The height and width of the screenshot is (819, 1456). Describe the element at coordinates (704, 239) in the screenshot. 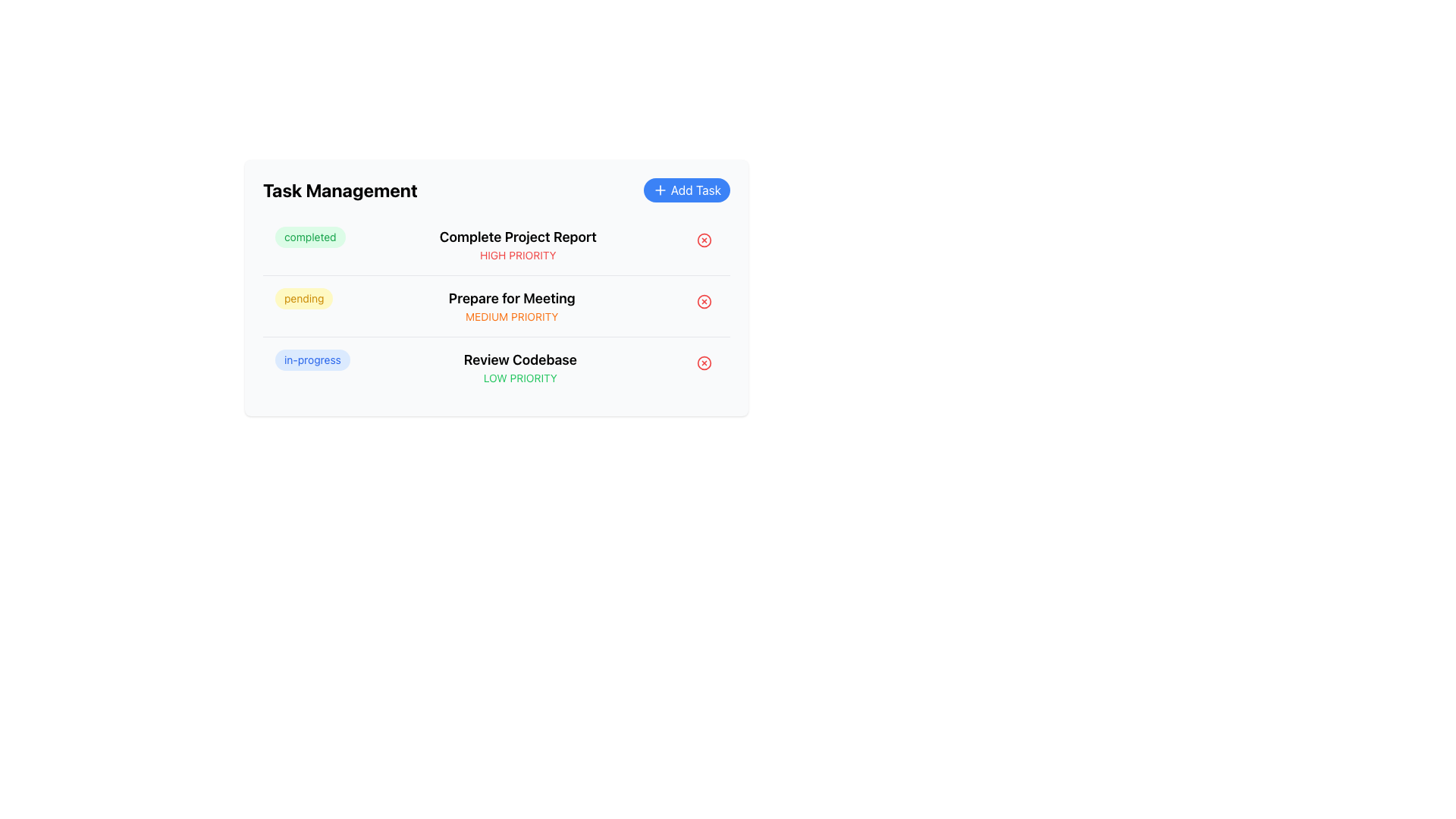

I see `the button` at that location.